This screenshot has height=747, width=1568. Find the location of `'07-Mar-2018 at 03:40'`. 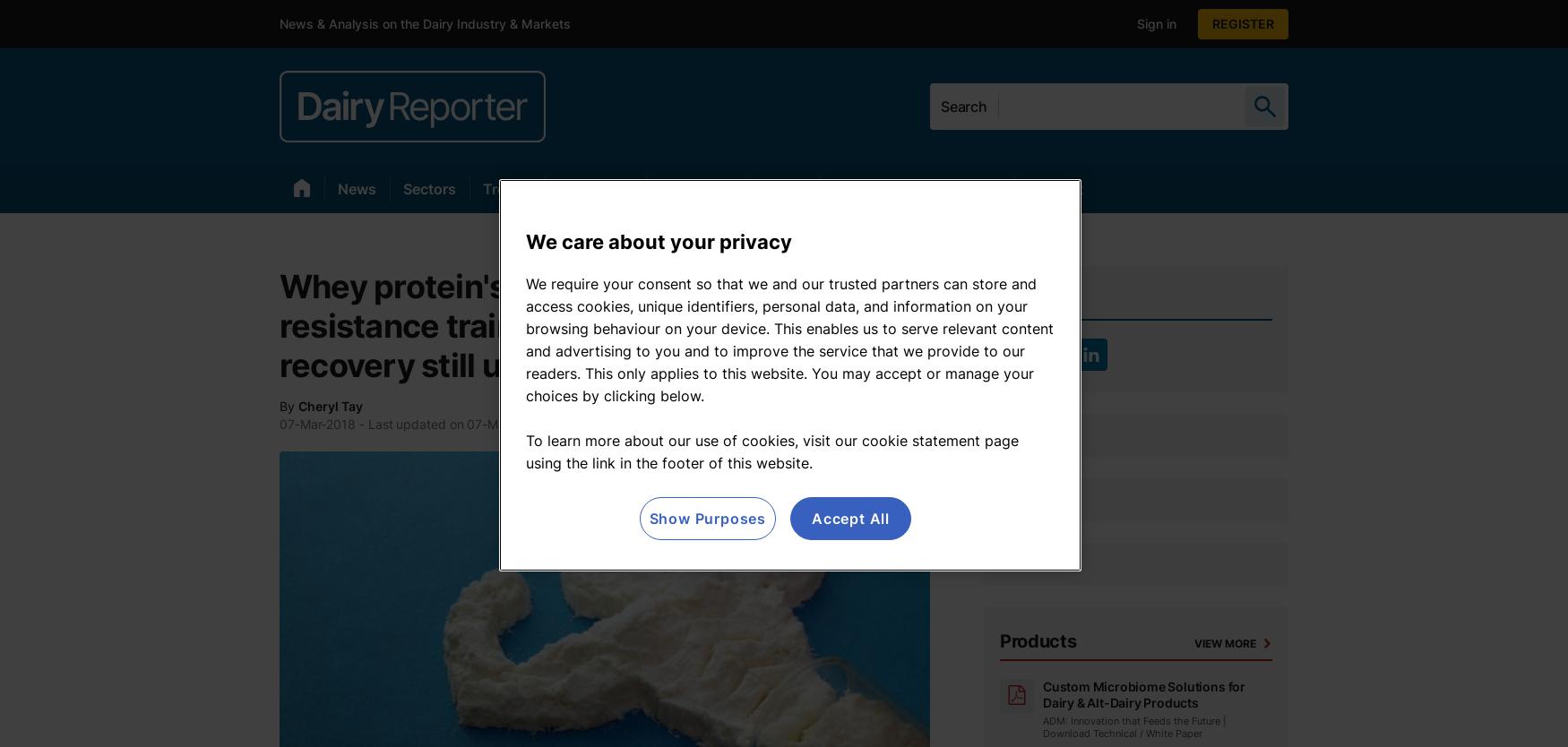

'07-Mar-2018 at 03:40' is located at coordinates (531, 424).